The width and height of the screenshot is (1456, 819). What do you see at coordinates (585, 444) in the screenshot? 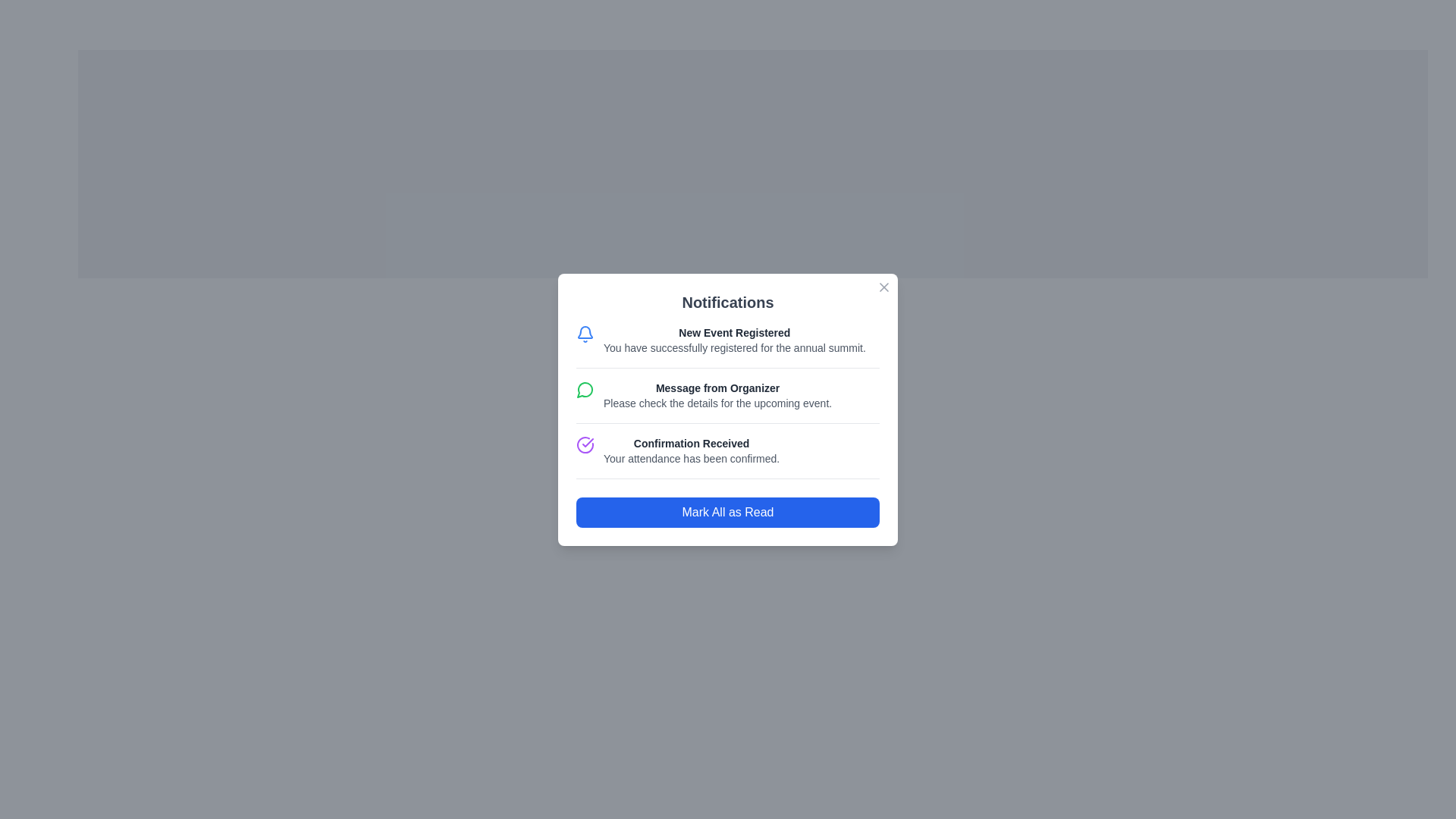
I see `the notification row containing the confirmation icon, which indicates a positive status for the action confirmed` at bounding box center [585, 444].